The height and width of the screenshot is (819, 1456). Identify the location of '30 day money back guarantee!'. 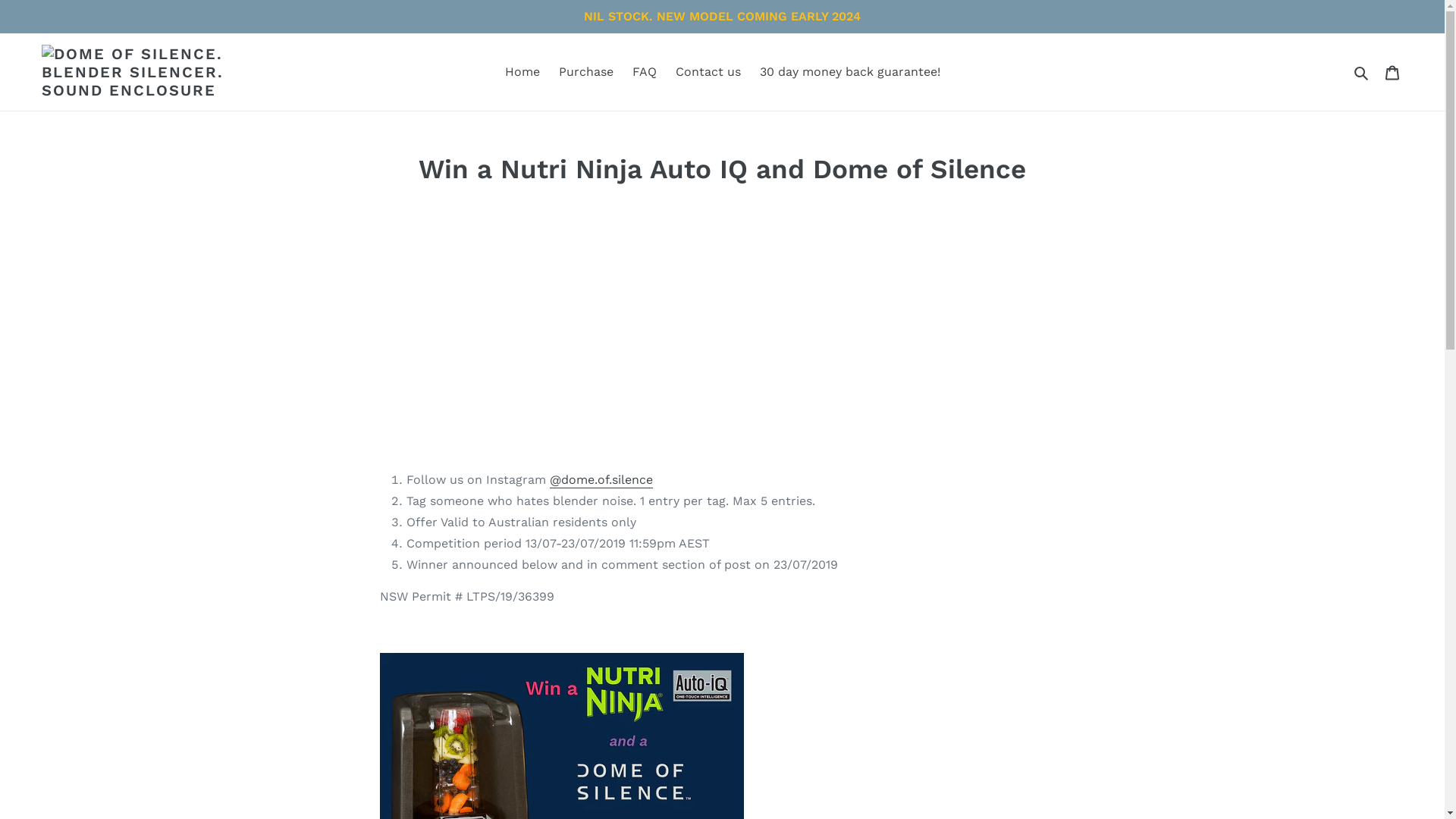
(850, 72).